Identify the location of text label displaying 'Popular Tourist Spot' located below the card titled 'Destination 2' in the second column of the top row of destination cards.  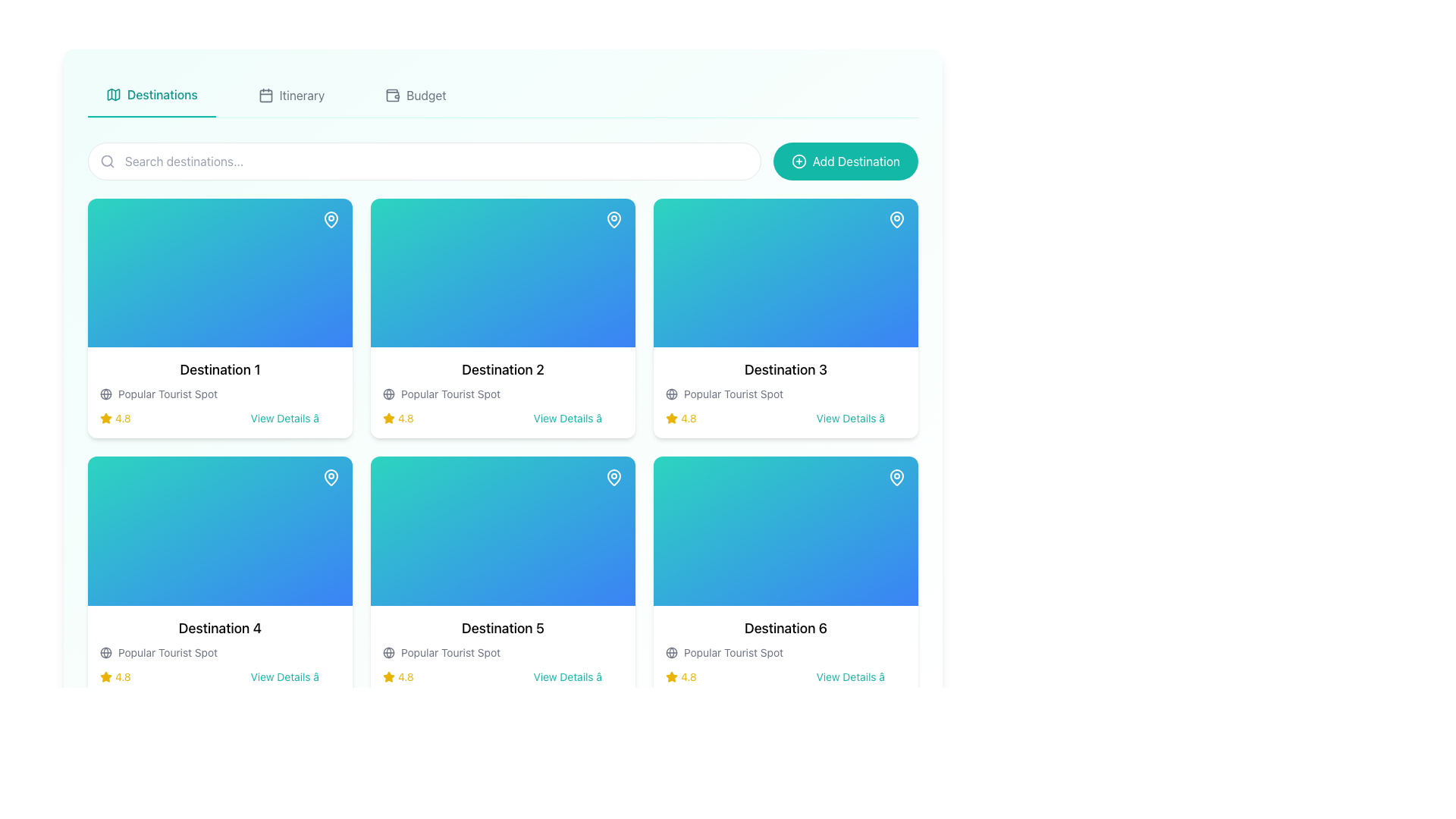
(450, 394).